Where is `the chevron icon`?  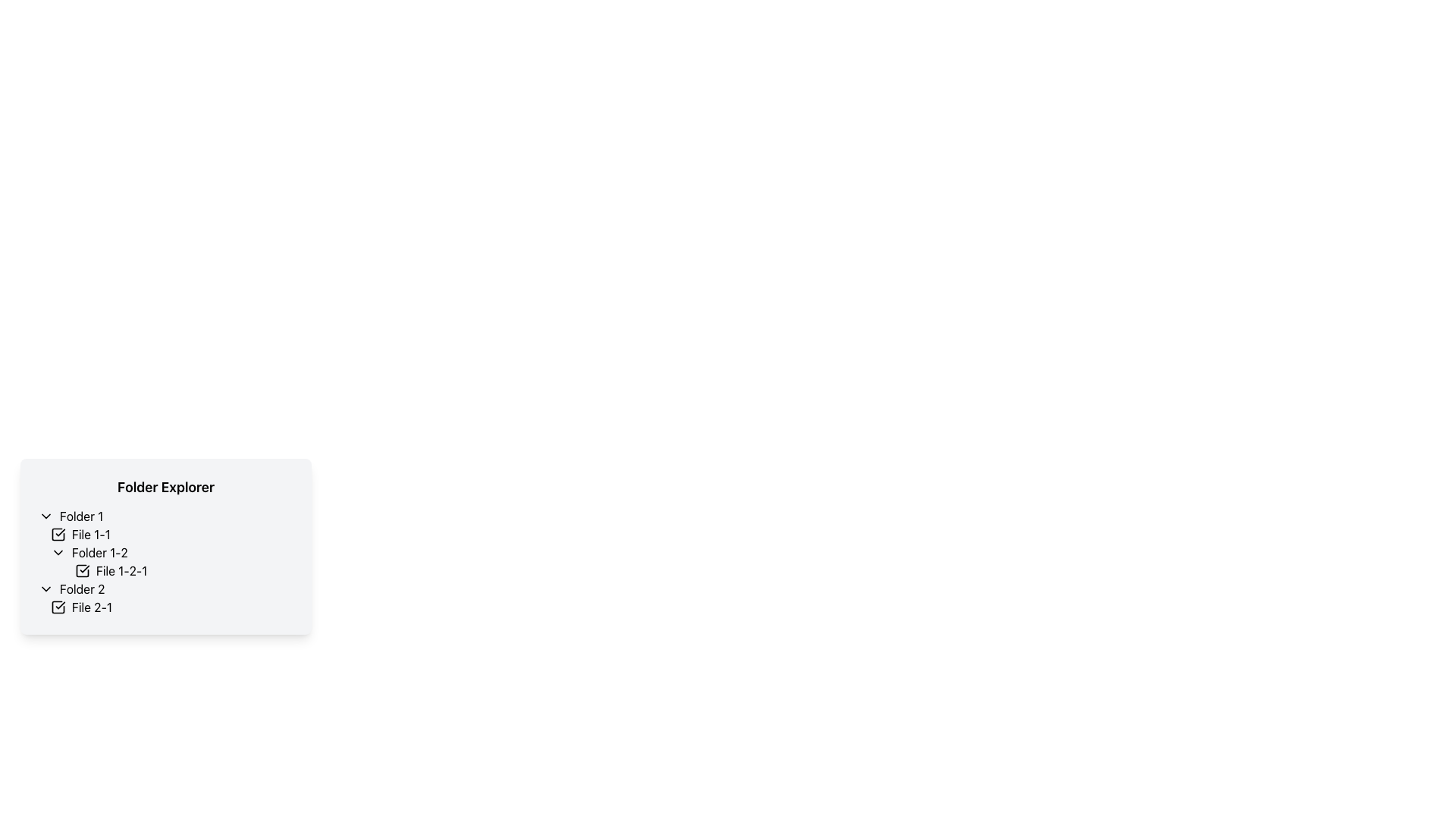 the chevron icon is located at coordinates (46, 516).